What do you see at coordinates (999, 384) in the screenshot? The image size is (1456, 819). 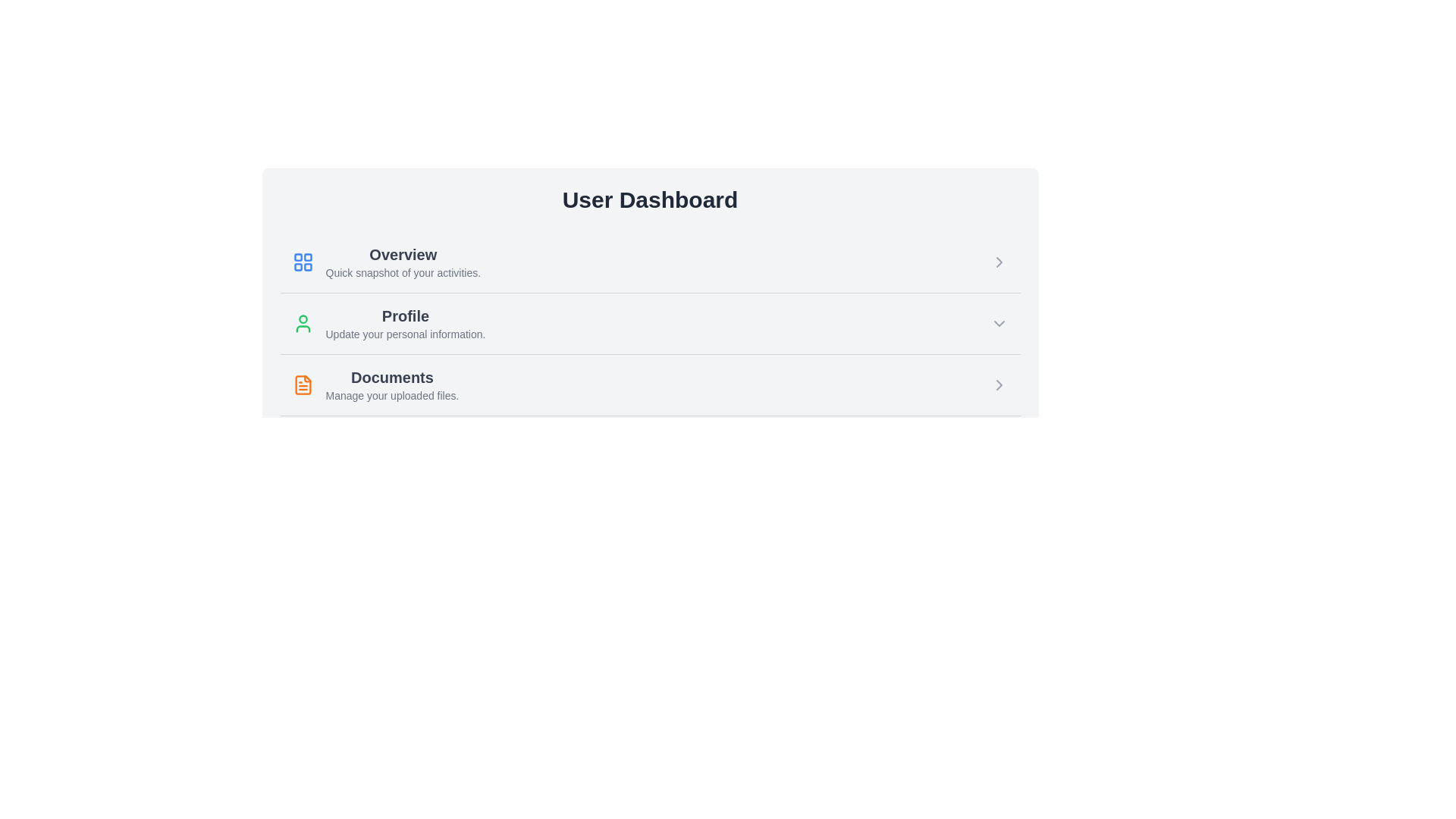 I see `the navigation icon at the end of the 'Documents' row in the user dashboard` at bounding box center [999, 384].